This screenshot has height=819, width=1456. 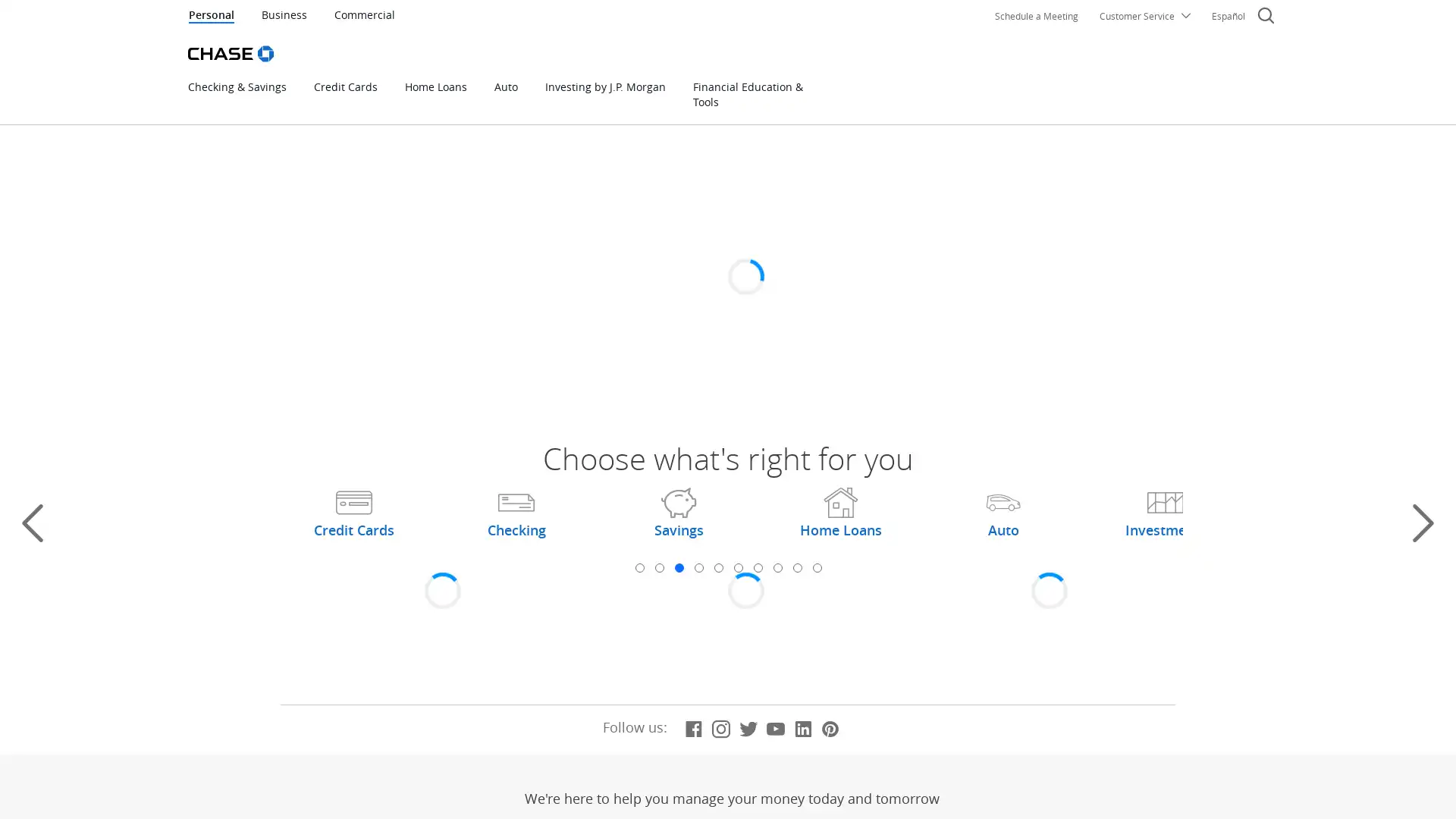 What do you see at coordinates (532, 328) in the screenshot?
I see `Open an account` at bounding box center [532, 328].